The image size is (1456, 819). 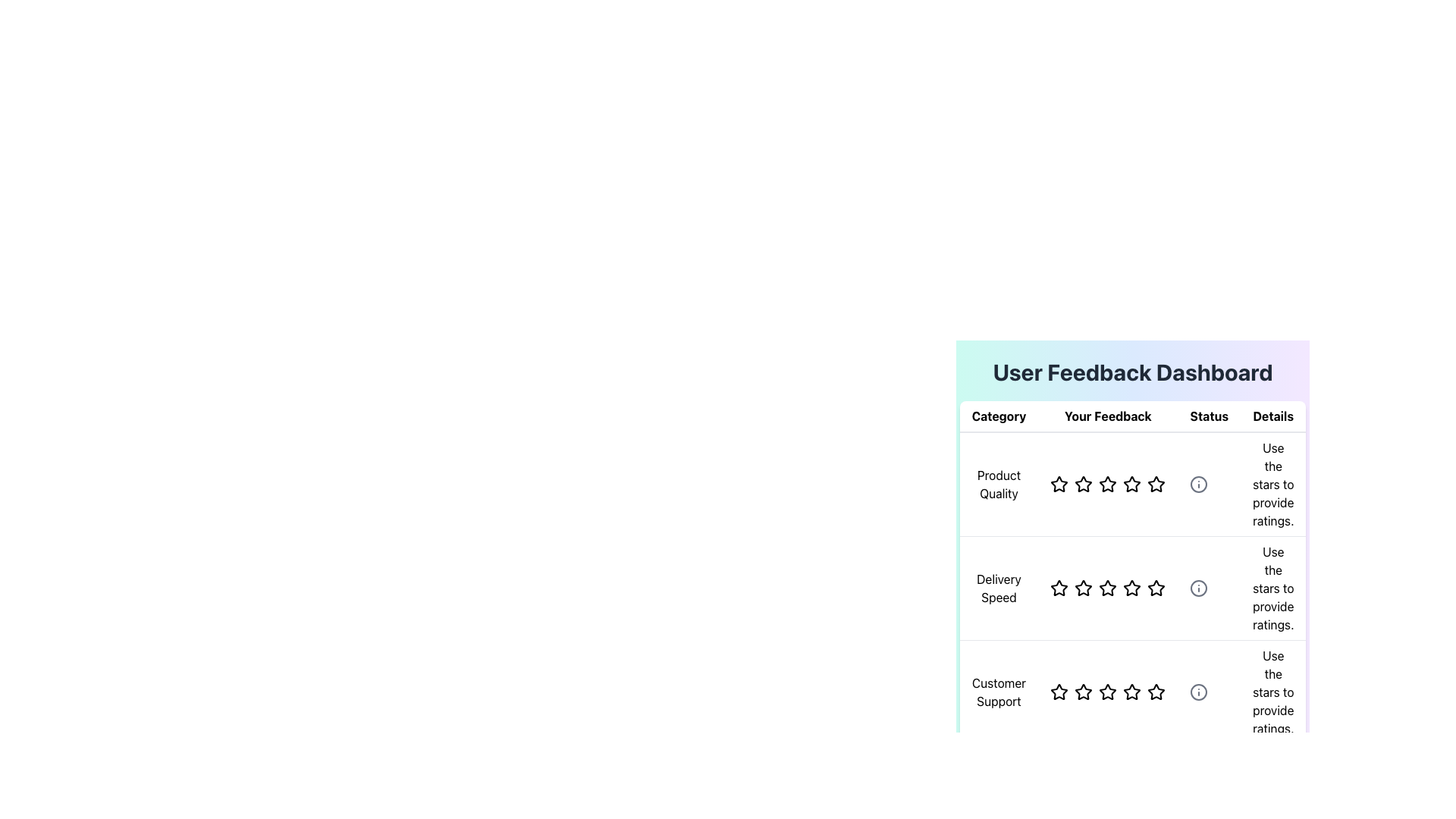 What do you see at coordinates (1273, 416) in the screenshot?
I see `text from the Table Header labeled 'Details', which is styled in a bold font and is the fourth element in the header row of the table` at bounding box center [1273, 416].